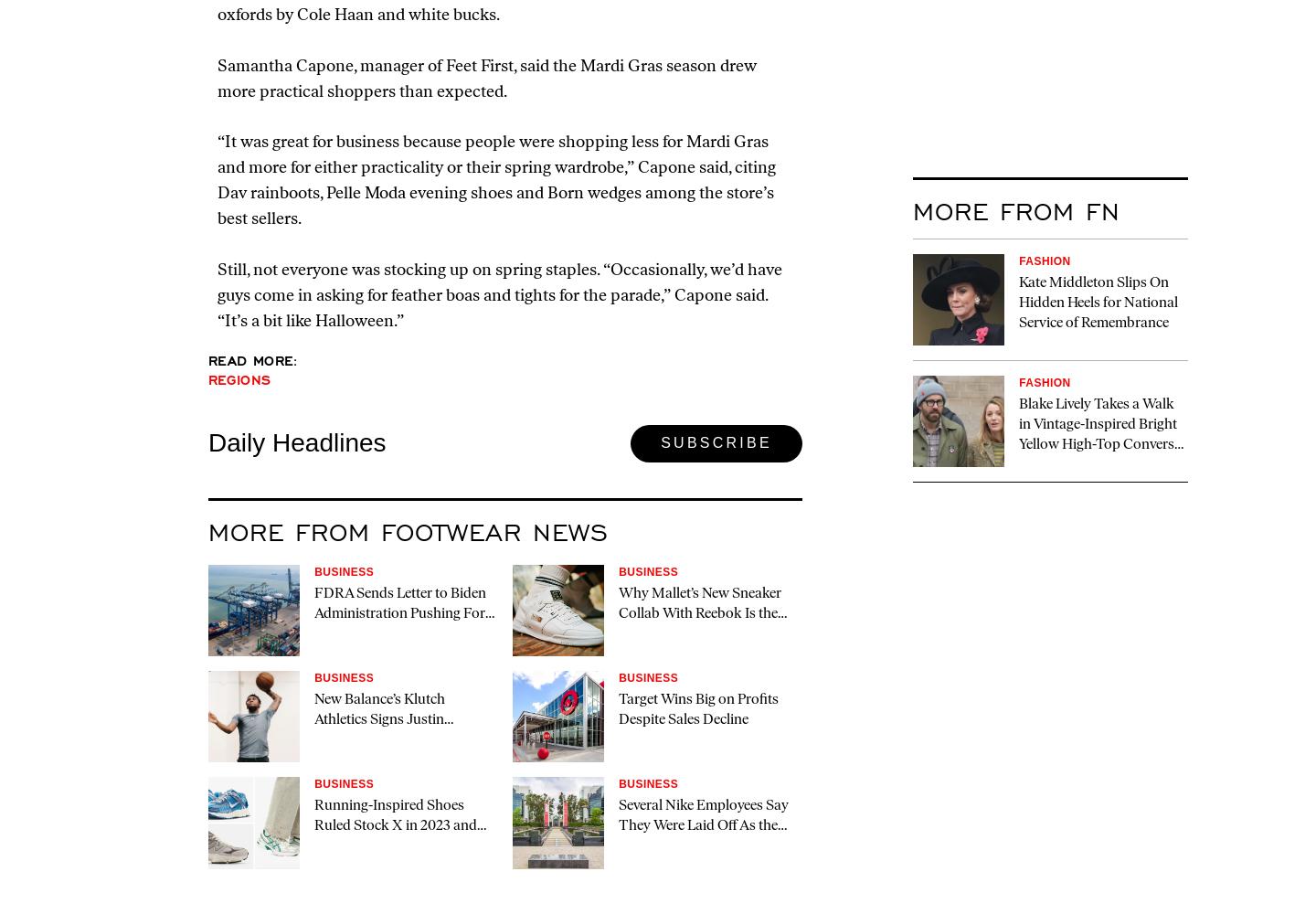 The height and width of the screenshot is (914, 1316). Describe the element at coordinates (252, 360) in the screenshot. I see `'Read More:'` at that location.